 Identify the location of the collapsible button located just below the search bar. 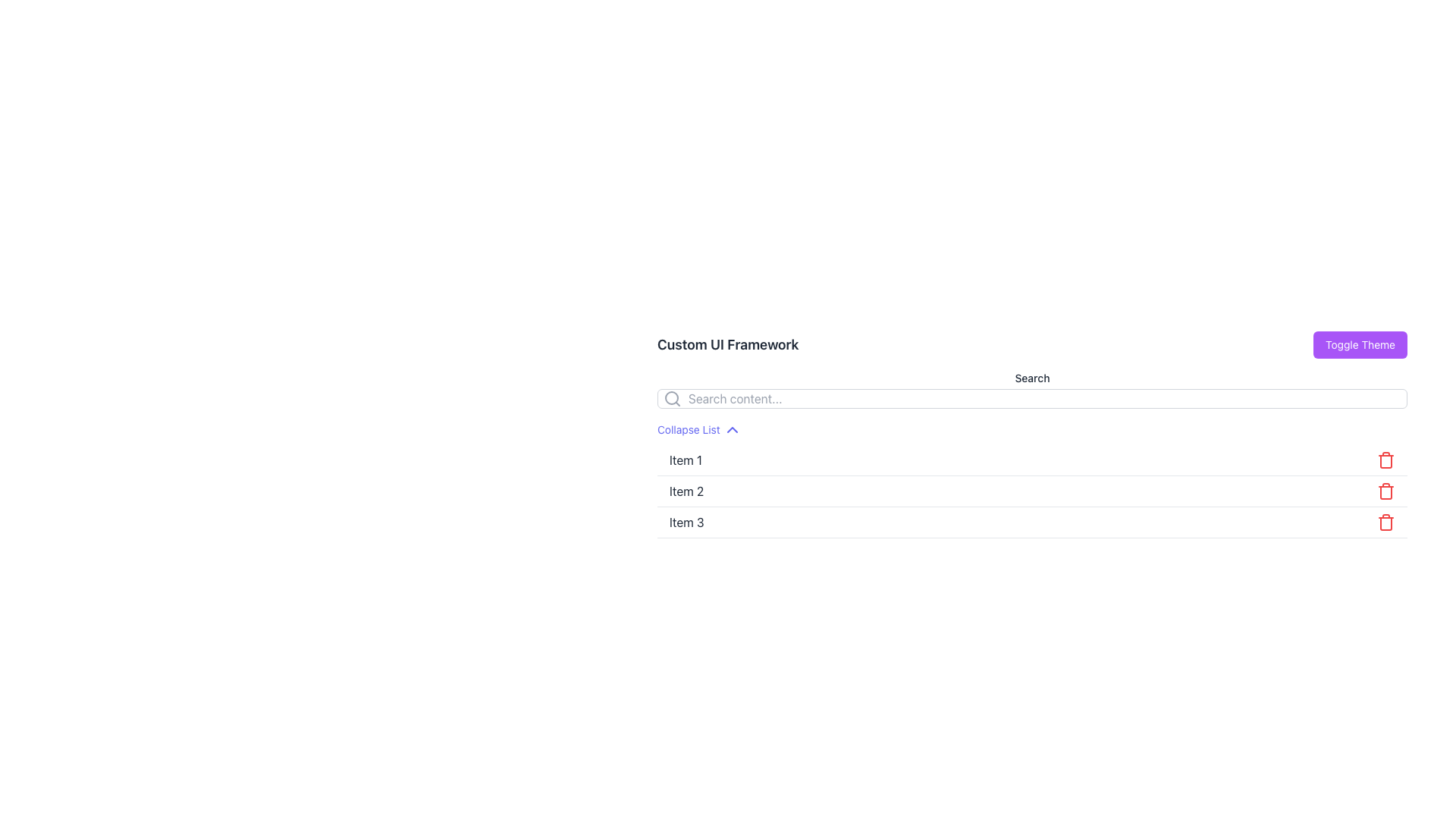
(698, 430).